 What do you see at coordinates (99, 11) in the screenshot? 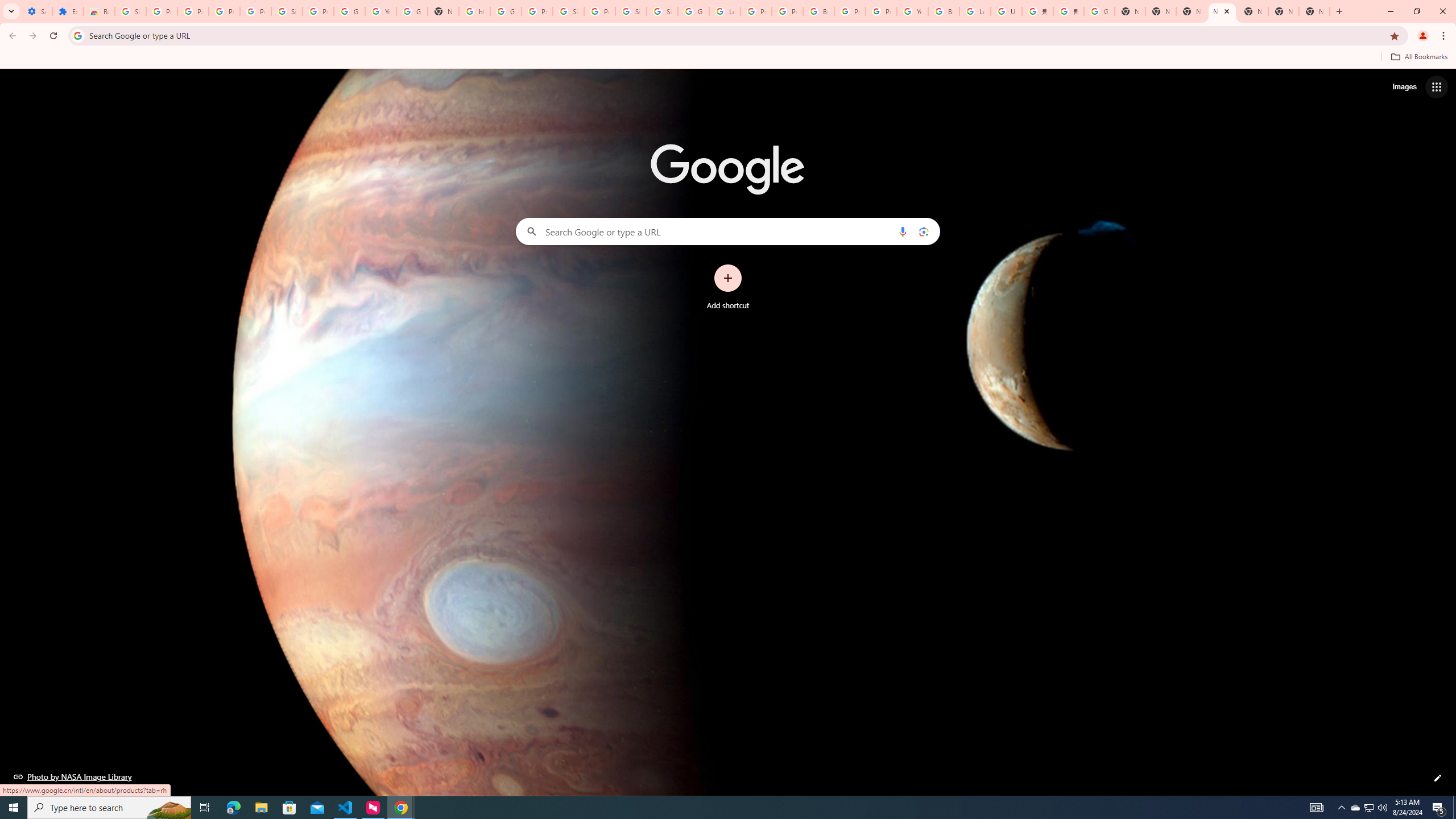
I see `'Reviews: Helix Fruit Jump Arcade Game'` at bounding box center [99, 11].